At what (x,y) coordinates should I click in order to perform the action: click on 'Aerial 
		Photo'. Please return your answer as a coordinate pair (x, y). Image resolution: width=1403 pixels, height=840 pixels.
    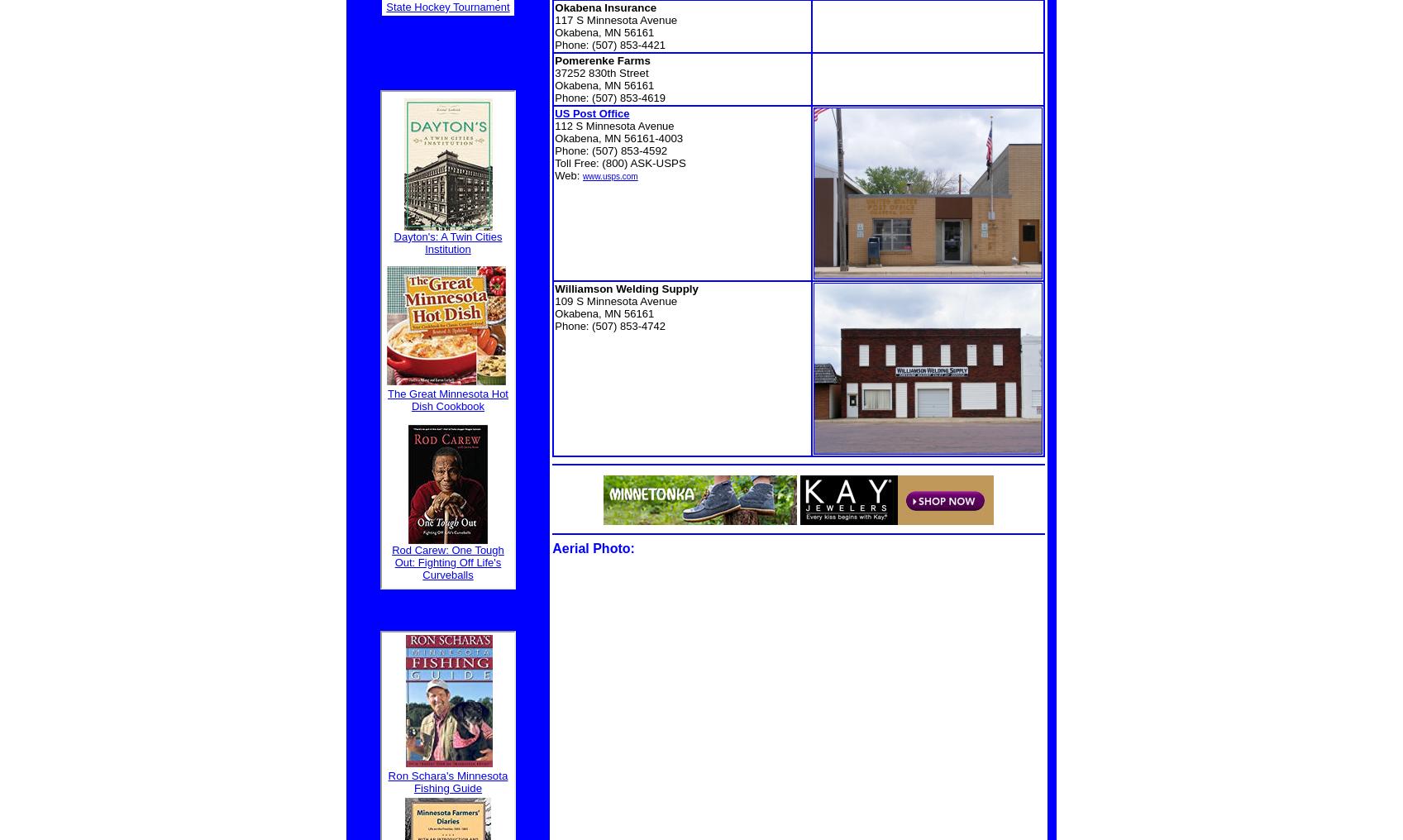
    Looking at the image, I should click on (551, 547).